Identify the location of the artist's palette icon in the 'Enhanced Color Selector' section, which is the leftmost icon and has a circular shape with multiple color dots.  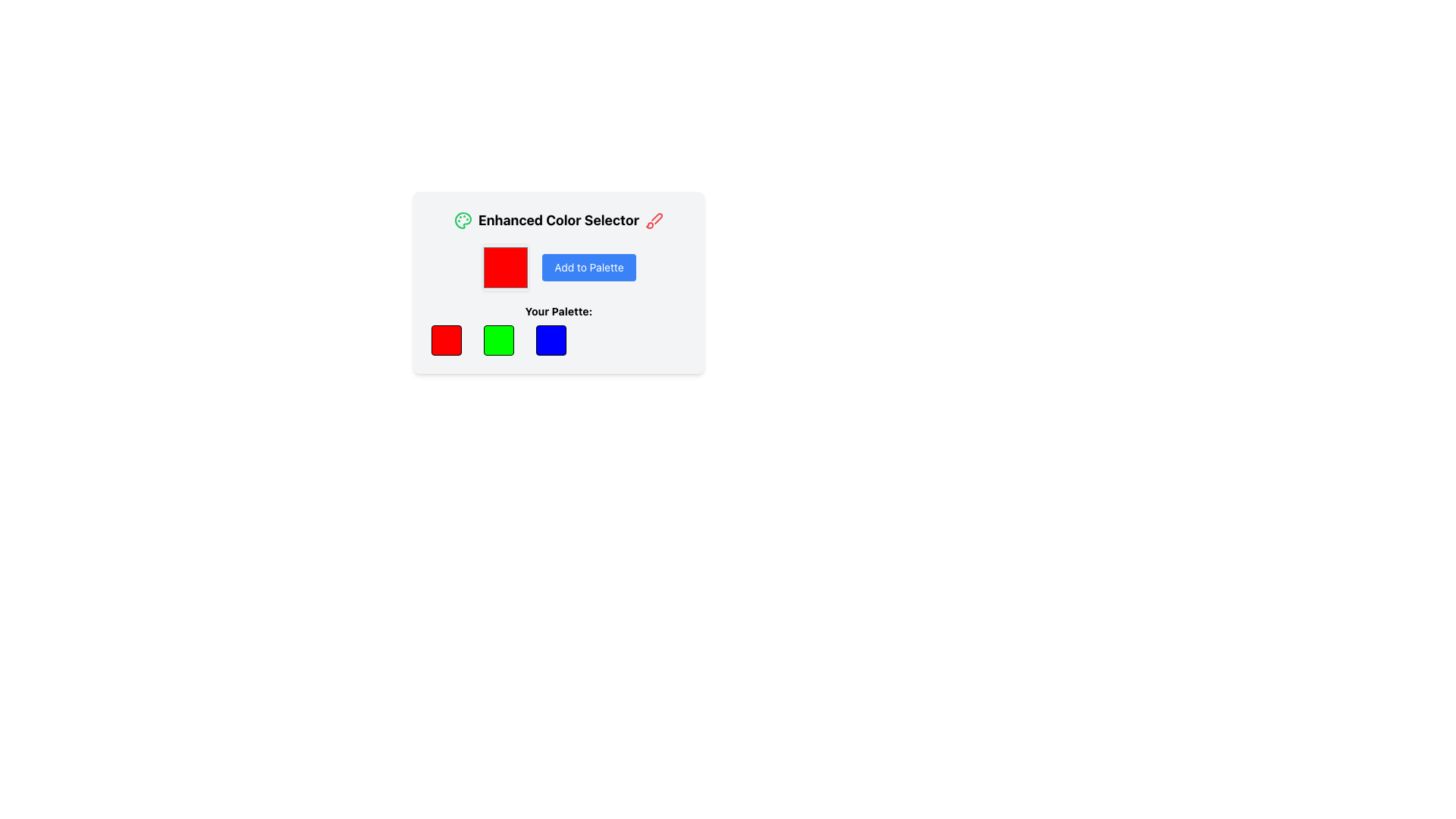
(462, 220).